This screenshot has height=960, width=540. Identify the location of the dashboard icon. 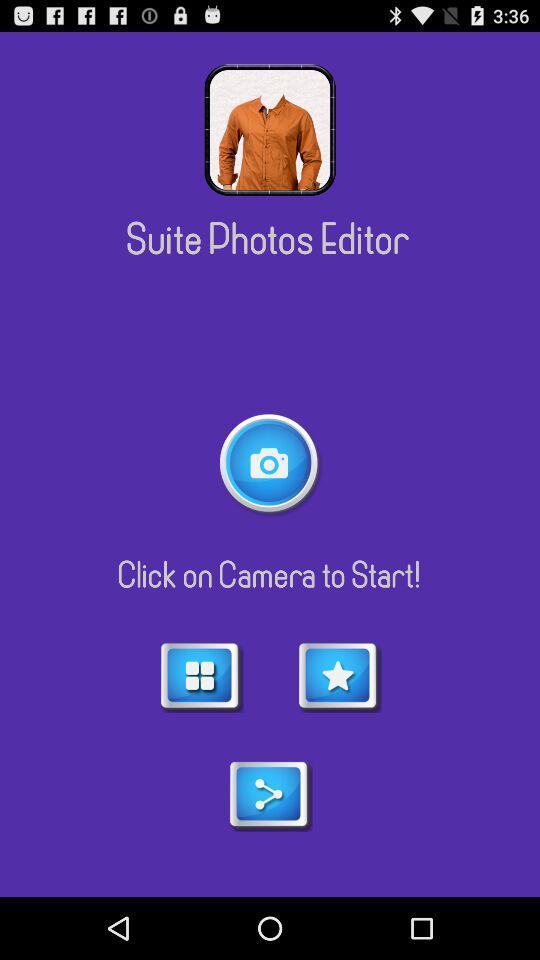
(200, 723).